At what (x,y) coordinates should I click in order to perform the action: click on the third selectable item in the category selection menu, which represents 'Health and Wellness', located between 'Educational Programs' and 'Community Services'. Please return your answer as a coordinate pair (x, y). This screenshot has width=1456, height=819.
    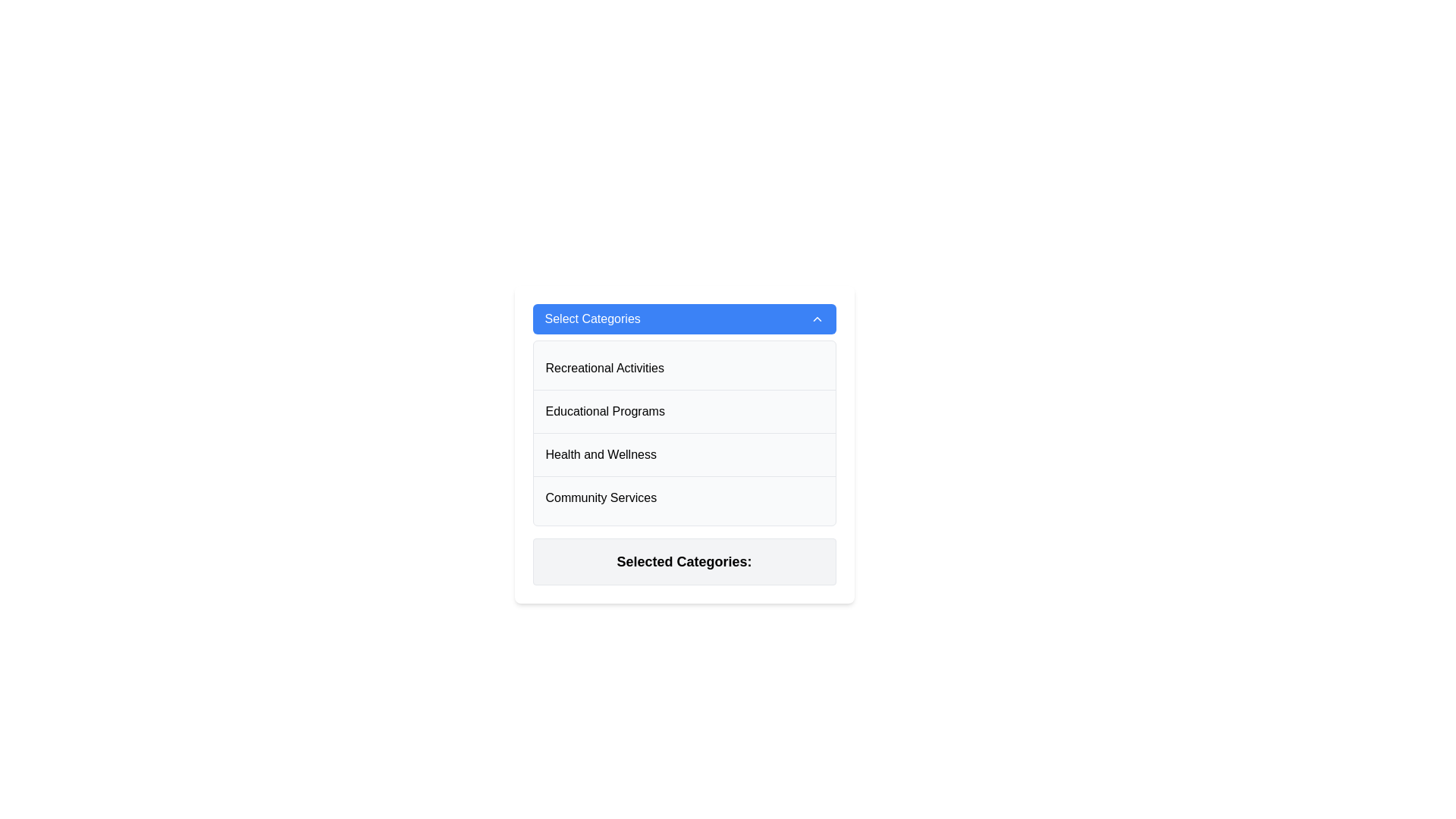
    Looking at the image, I should click on (683, 444).